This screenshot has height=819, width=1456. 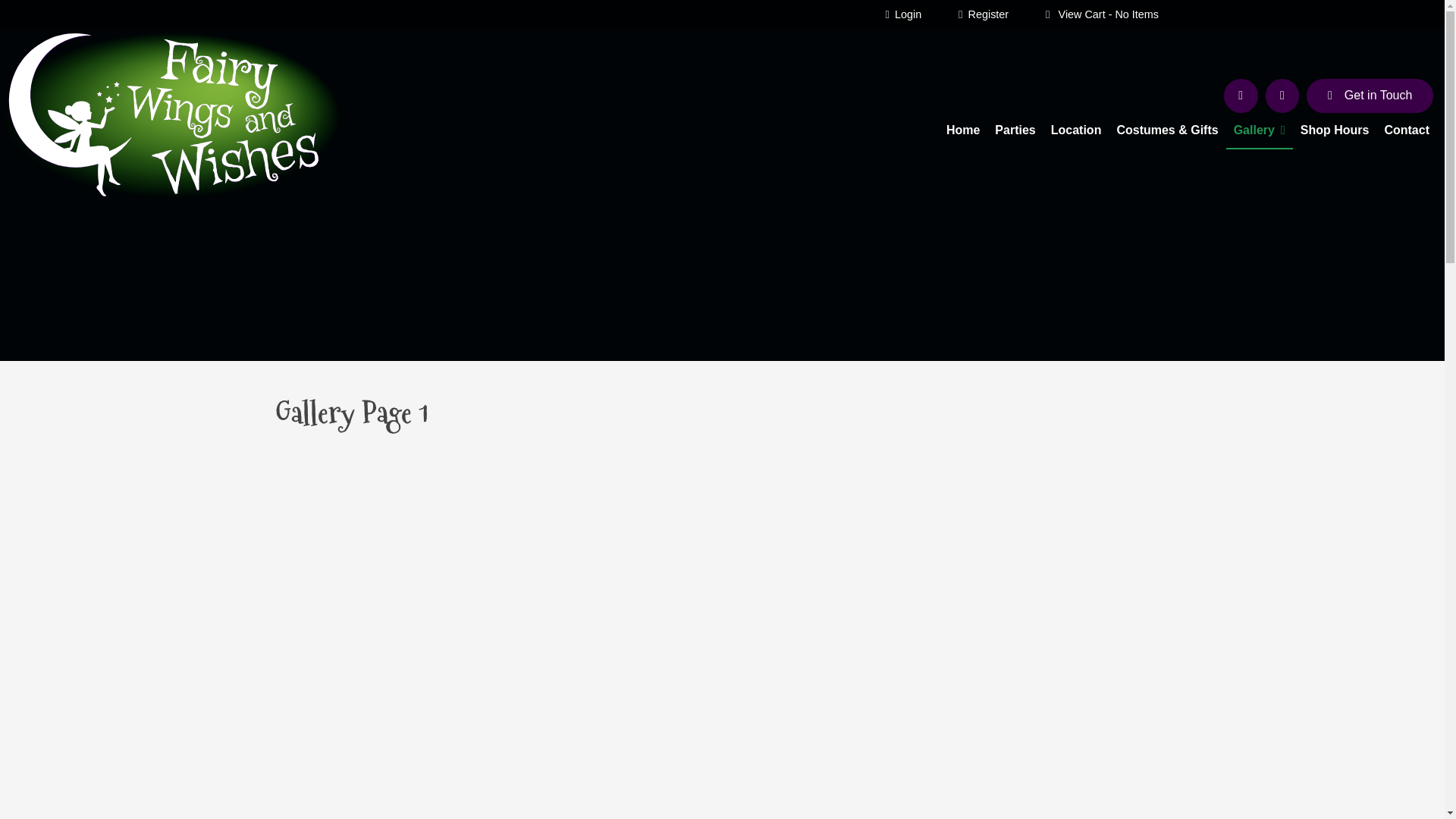 I want to click on 'Shop Hours', so click(x=1291, y=130).